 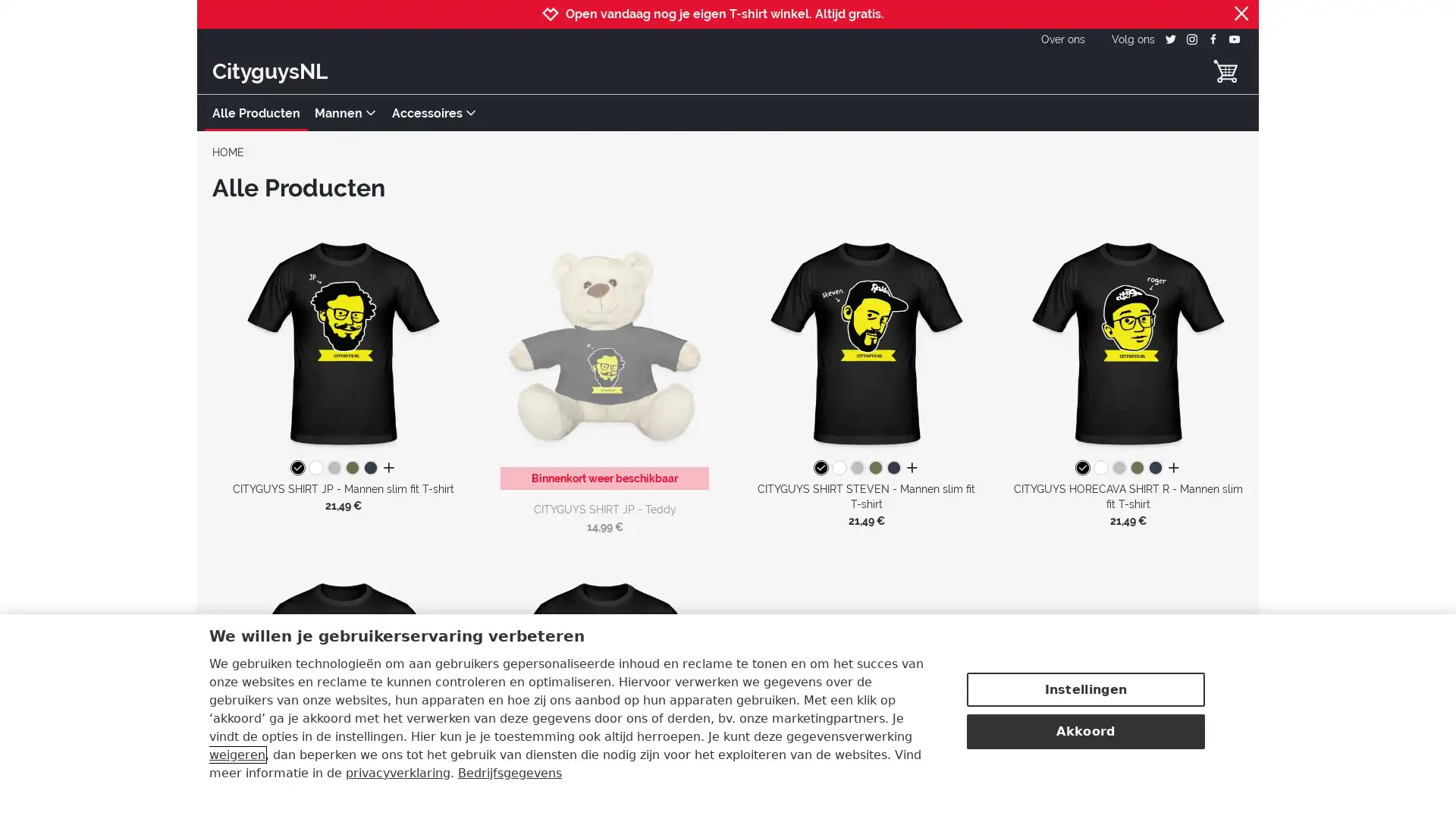 What do you see at coordinates (297, 468) in the screenshot?
I see `zwart` at bounding box center [297, 468].